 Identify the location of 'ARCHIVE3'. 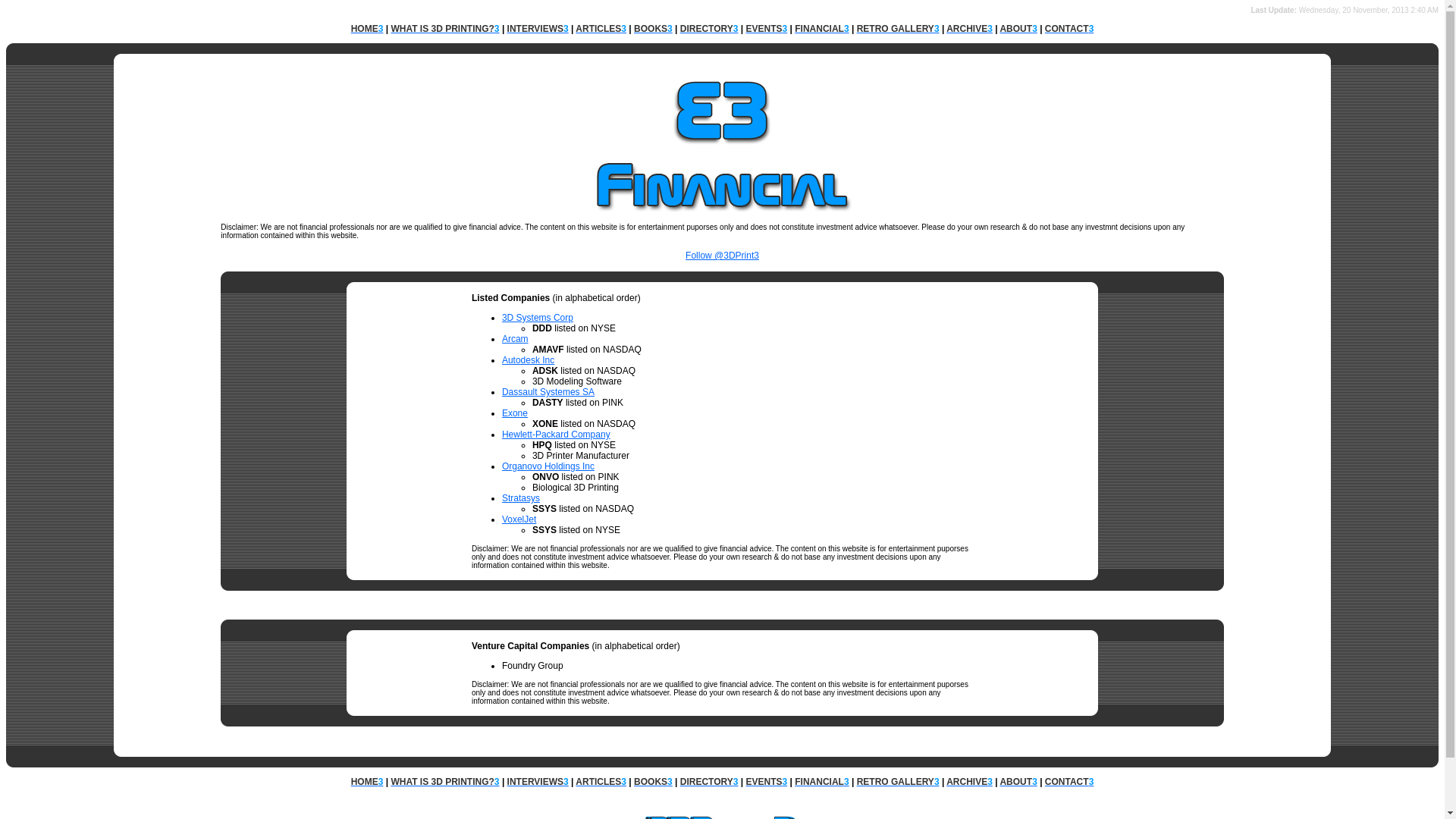
(946, 781).